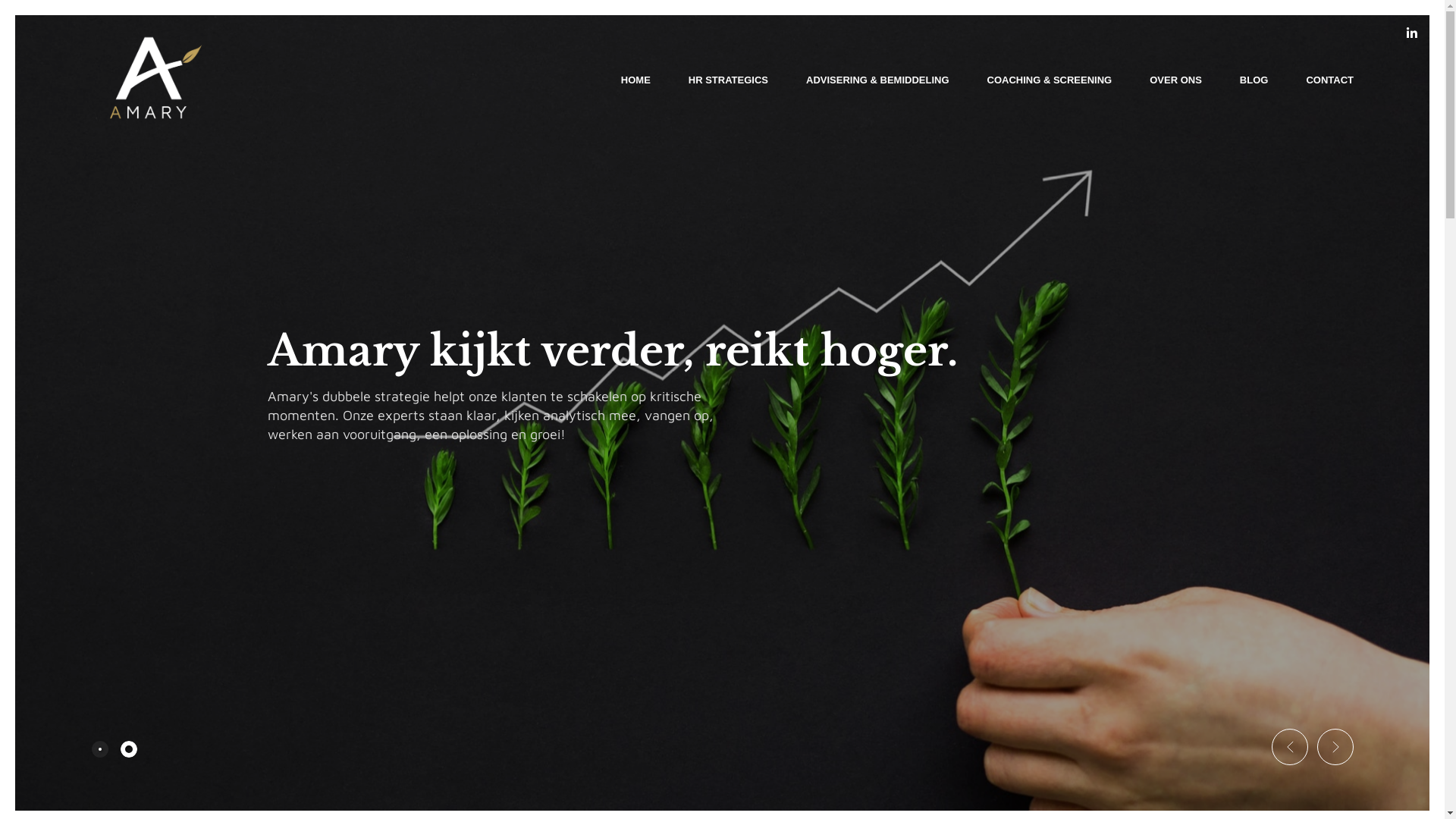 The image size is (1456, 819). What do you see at coordinates (1049, 80) in the screenshot?
I see `'COACHING & SCREENING'` at bounding box center [1049, 80].